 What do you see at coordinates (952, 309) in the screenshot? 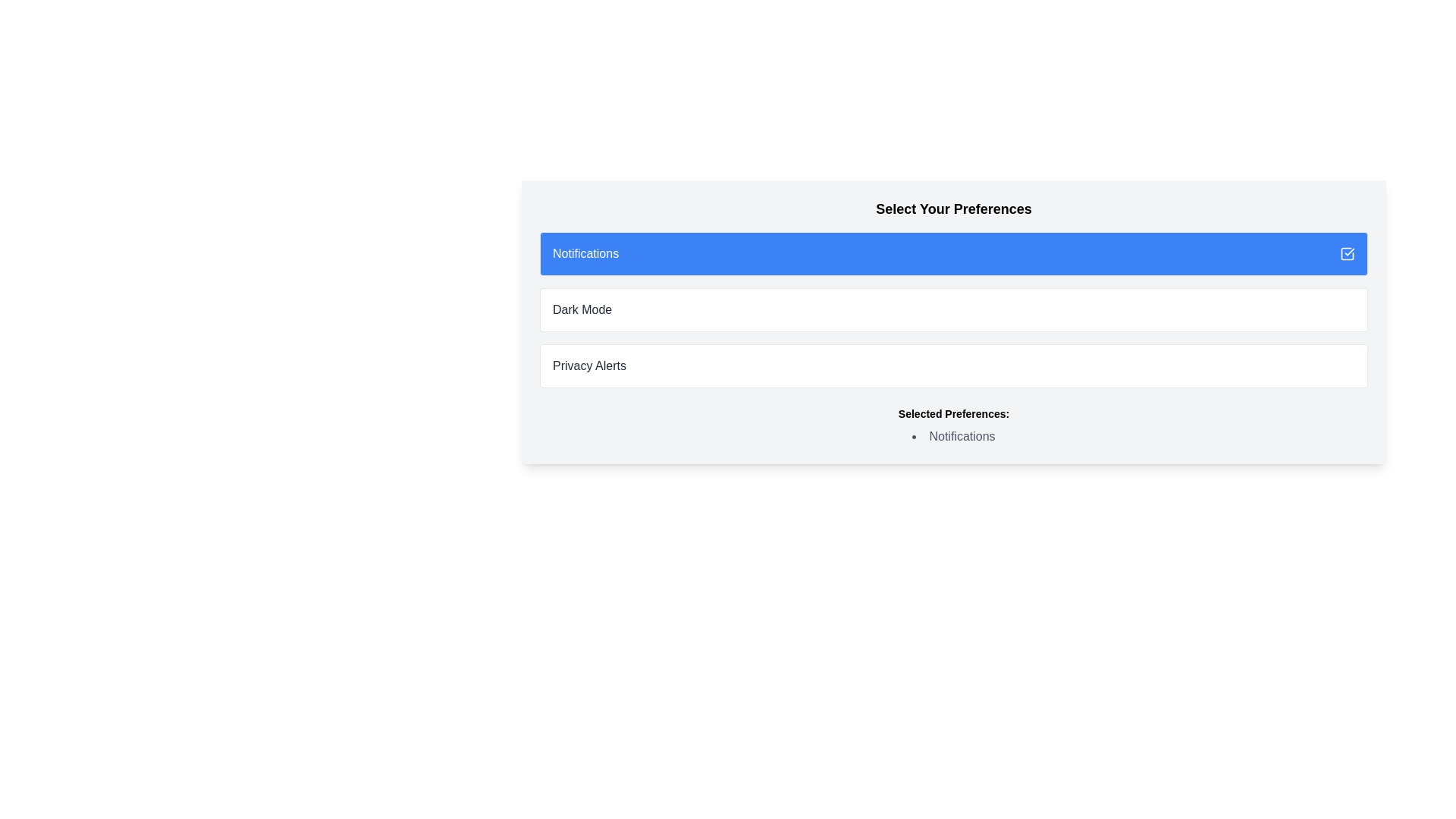
I see `the 'Dark Mode' button, which is the second option under 'Select Your Preferences', located between 'Notifications' and 'Privacy Alerts'` at bounding box center [952, 309].